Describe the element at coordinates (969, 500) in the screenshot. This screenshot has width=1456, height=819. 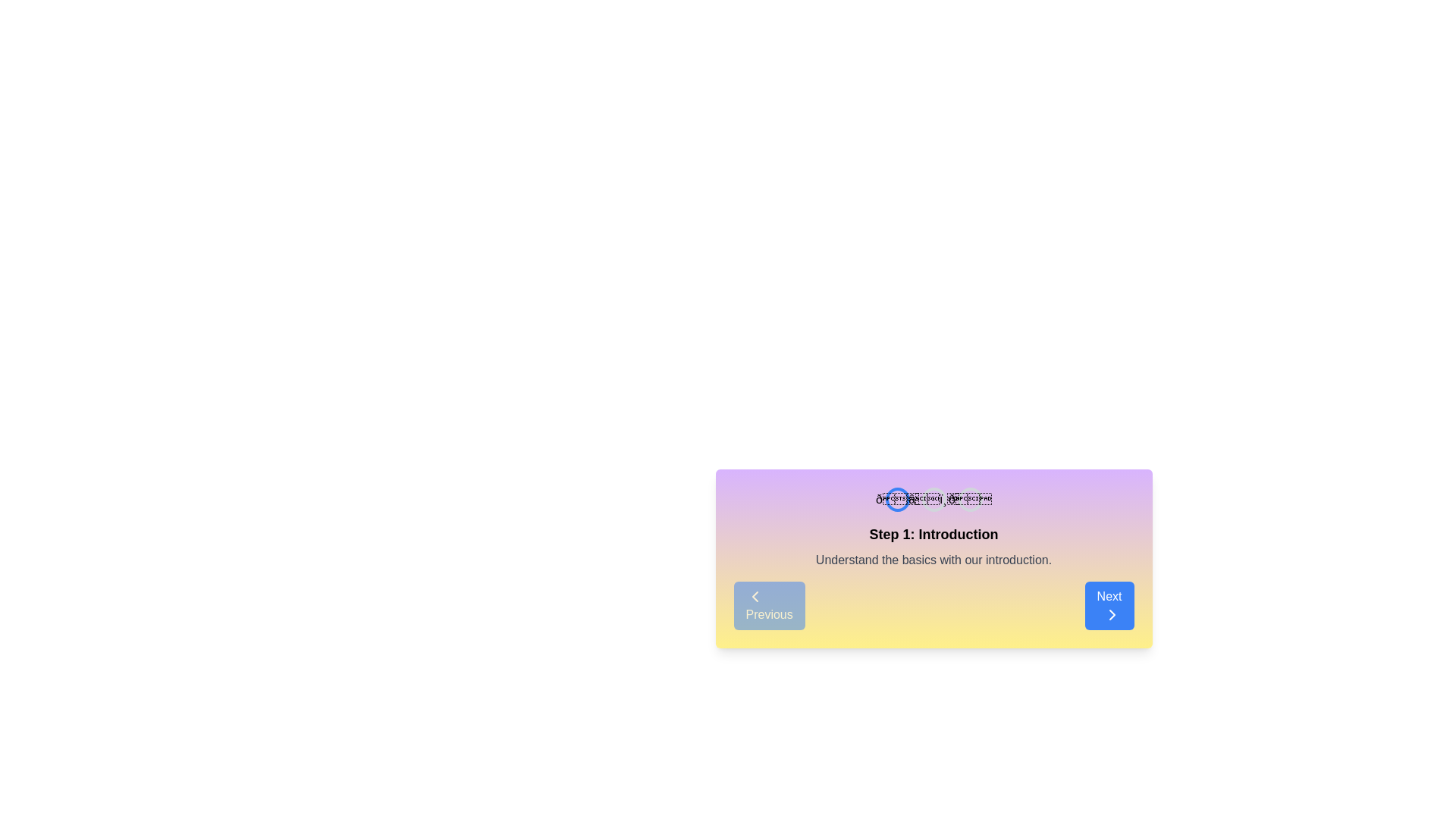
I see `the circular button with a gray border and a rocket emoji (🚀) located in the bottom section of a modal-like interface, positioned to the right of two other buttons with different emojis` at that location.